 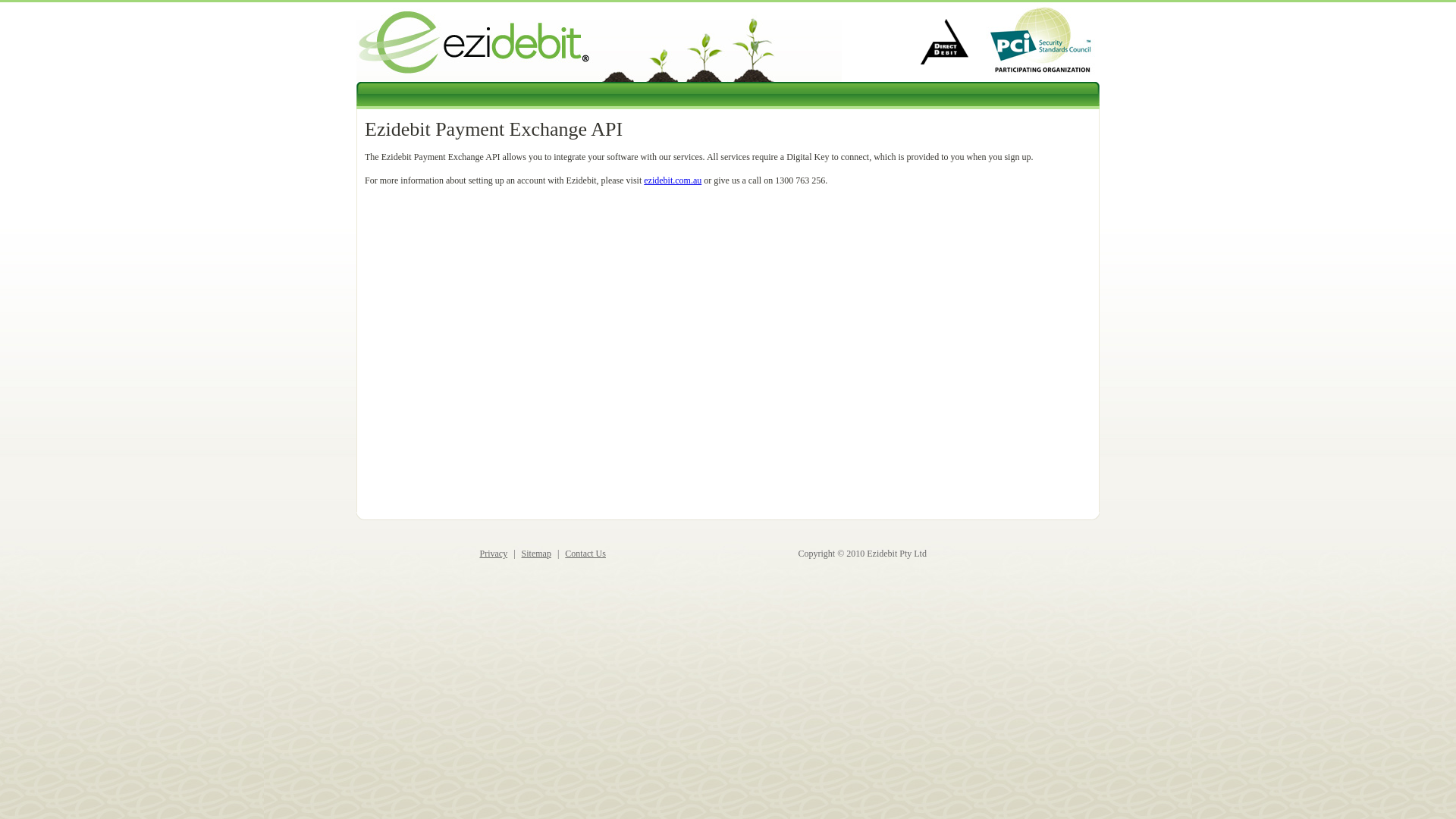 I want to click on 'Privacy', so click(x=493, y=553).